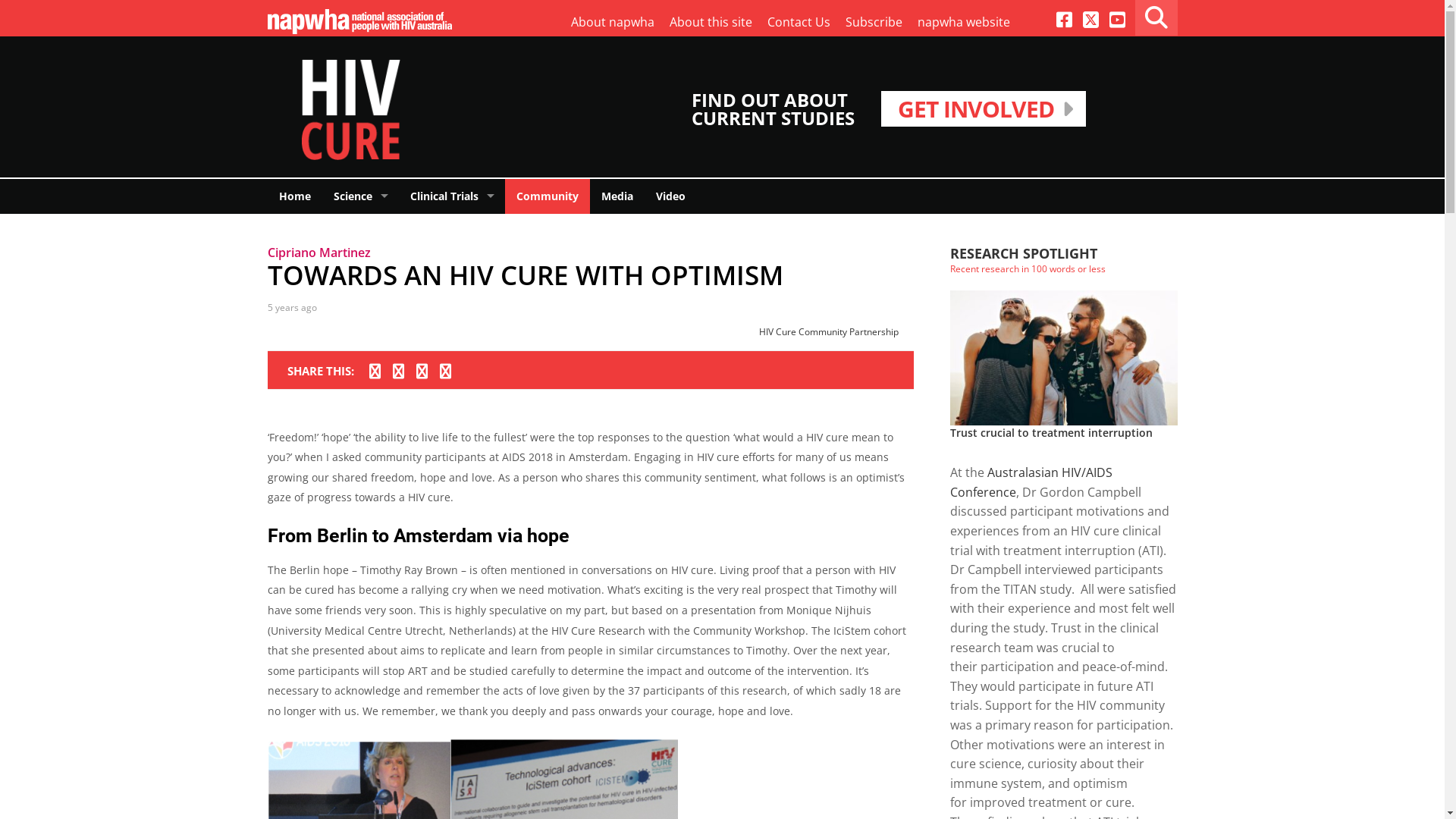 The height and width of the screenshot is (819, 1456). I want to click on 'About this site', so click(709, 23).